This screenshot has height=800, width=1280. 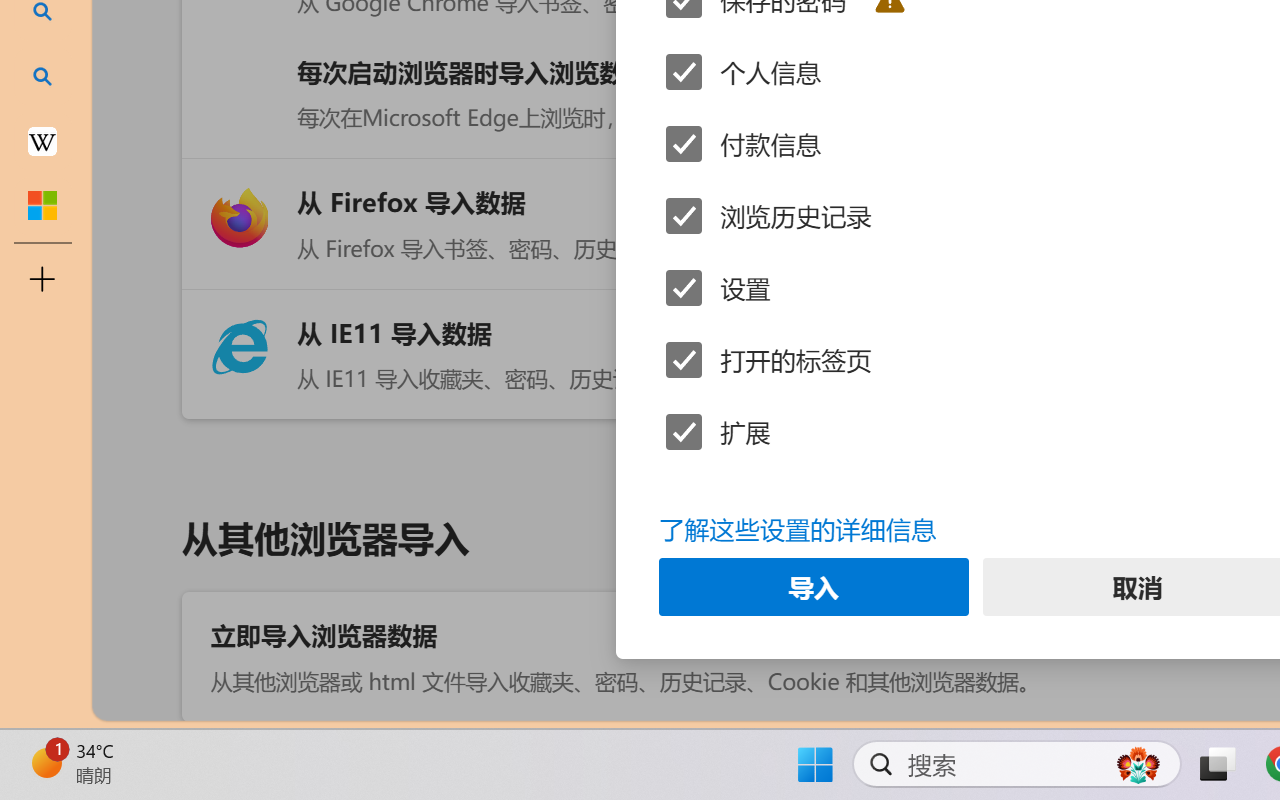 What do you see at coordinates (42, 140) in the screenshot?
I see `'Earth - Wikipedia'` at bounding box center [42, 140].